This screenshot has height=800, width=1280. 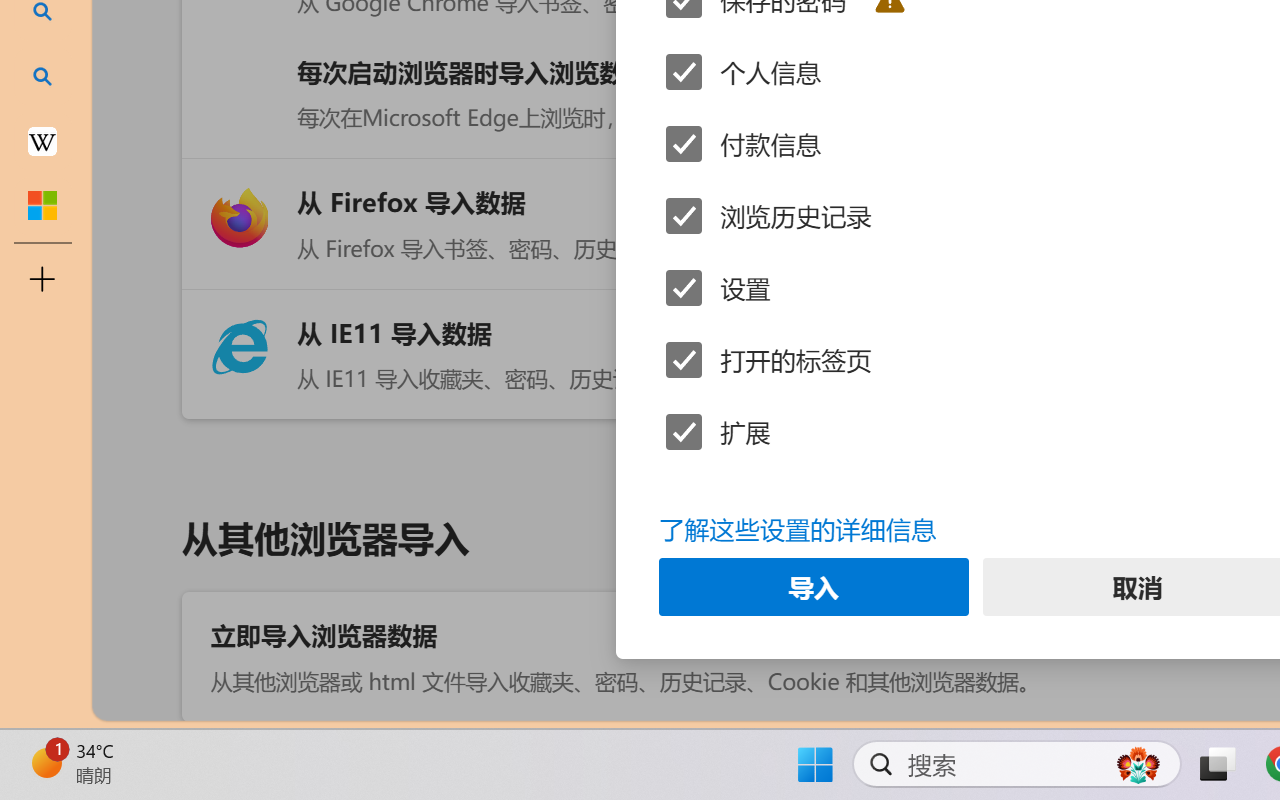 What do you see at coordinates (42, 140) in the screenshot?
I see `'Earth - Wikipedia'` at bounding box center [42, 140].